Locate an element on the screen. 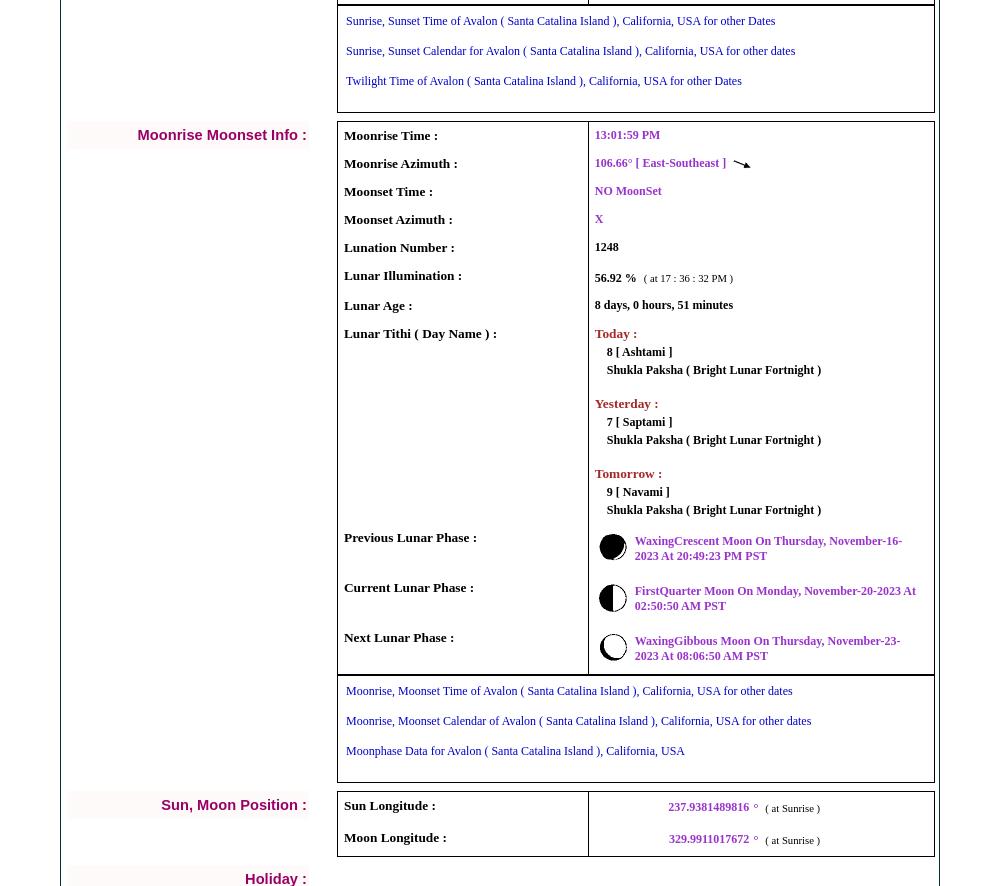 The height and width of the screenshot is (886, 1000). 'Lunar Tithi ( Day Name ) :' is located at coordinates (420, 331).